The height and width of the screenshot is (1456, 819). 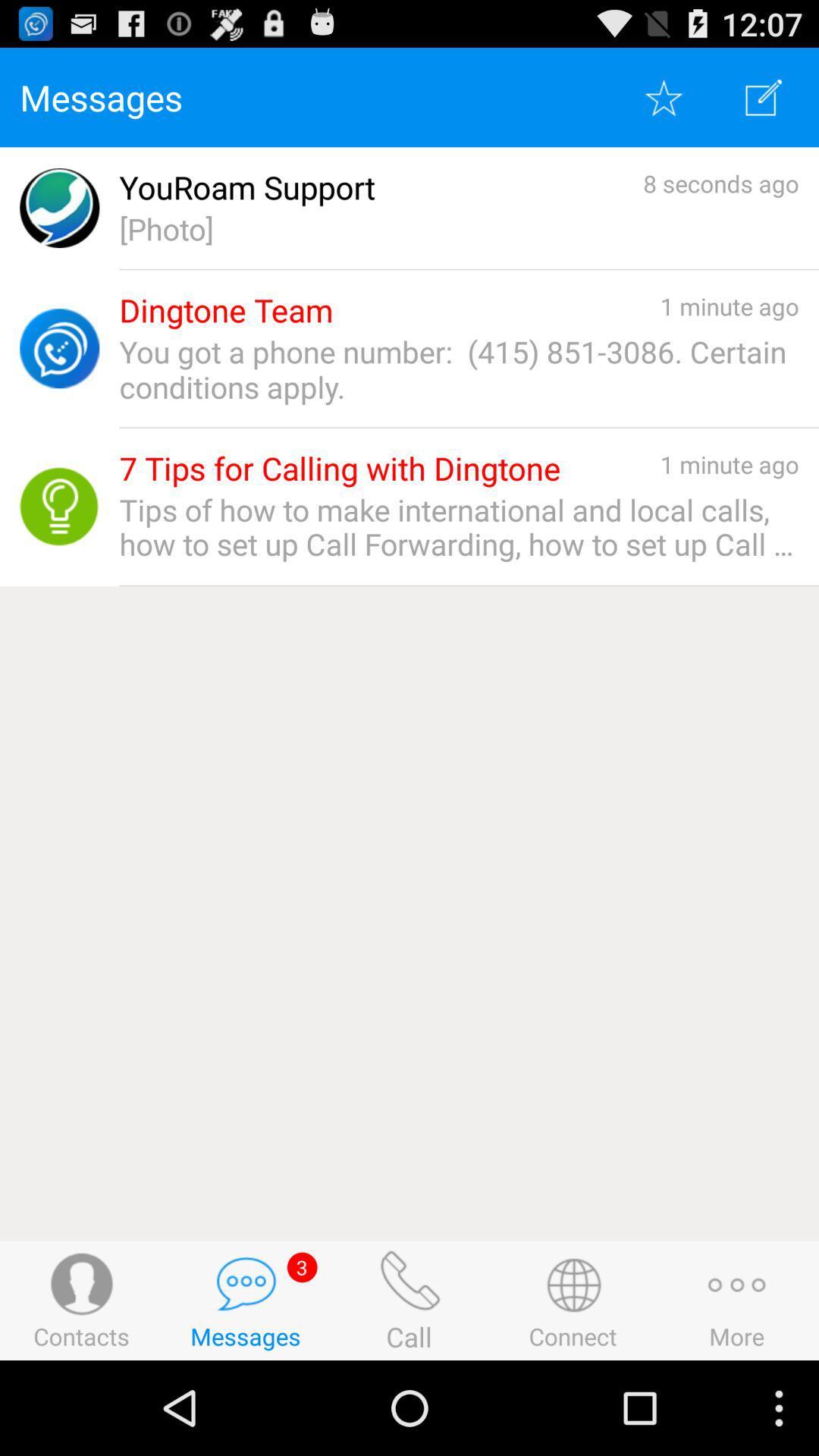 What do you see at coordinates (458, 227) in the screenshot?
I see `the item below the youroam support app` at bounding box center [458, 227].